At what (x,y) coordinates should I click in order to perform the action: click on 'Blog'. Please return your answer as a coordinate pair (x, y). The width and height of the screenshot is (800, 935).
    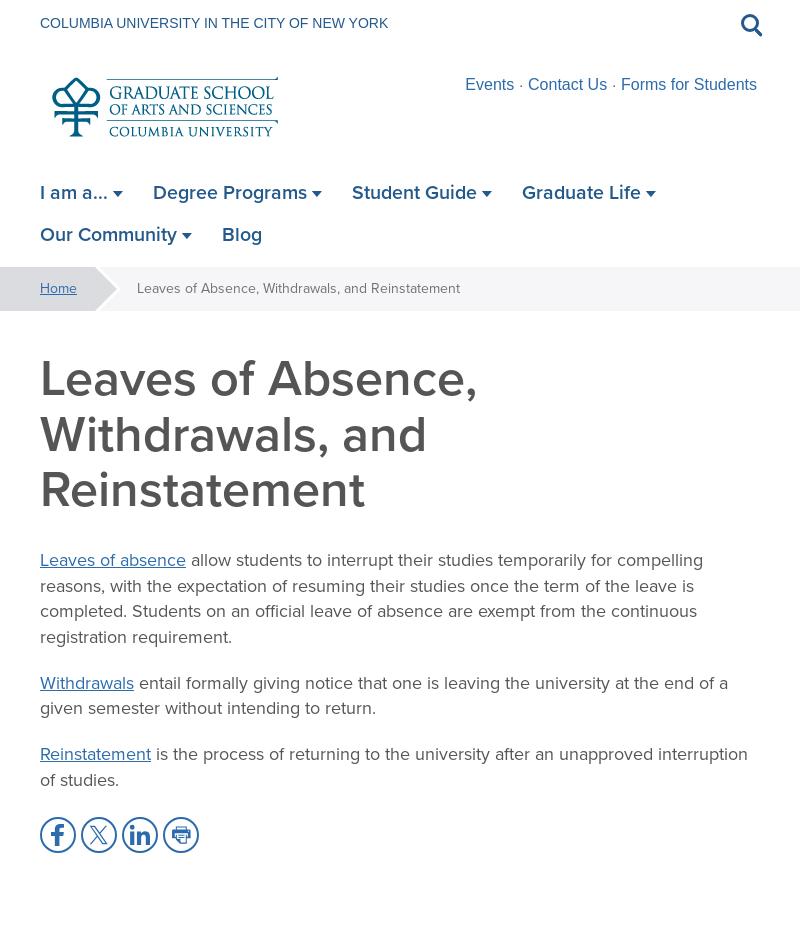
    Looking at the image, I should click on (222, 234).